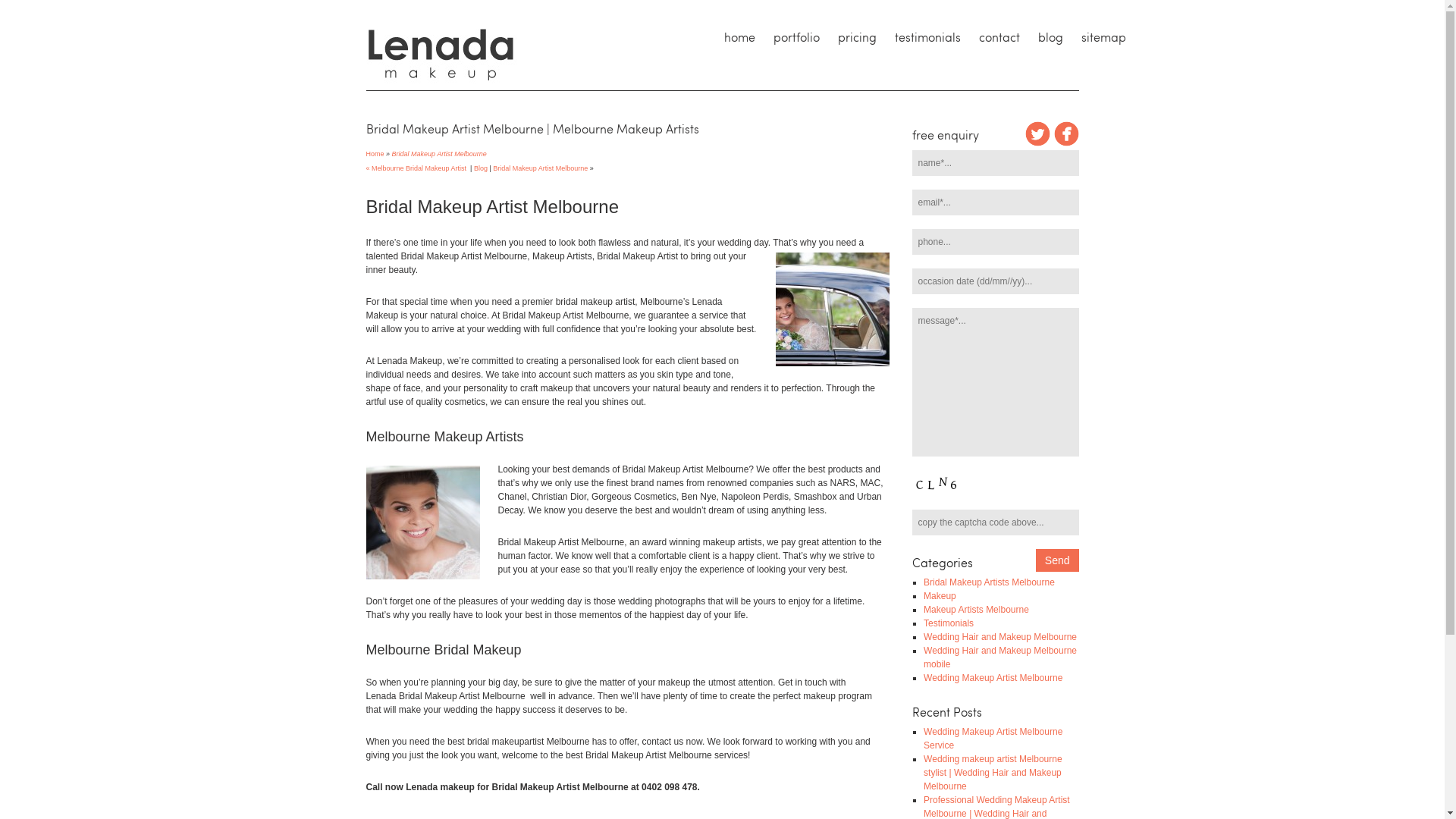  Describe the element at coordinates (1103, 36) in the screenshot. I see `'sitemap'` at that location.